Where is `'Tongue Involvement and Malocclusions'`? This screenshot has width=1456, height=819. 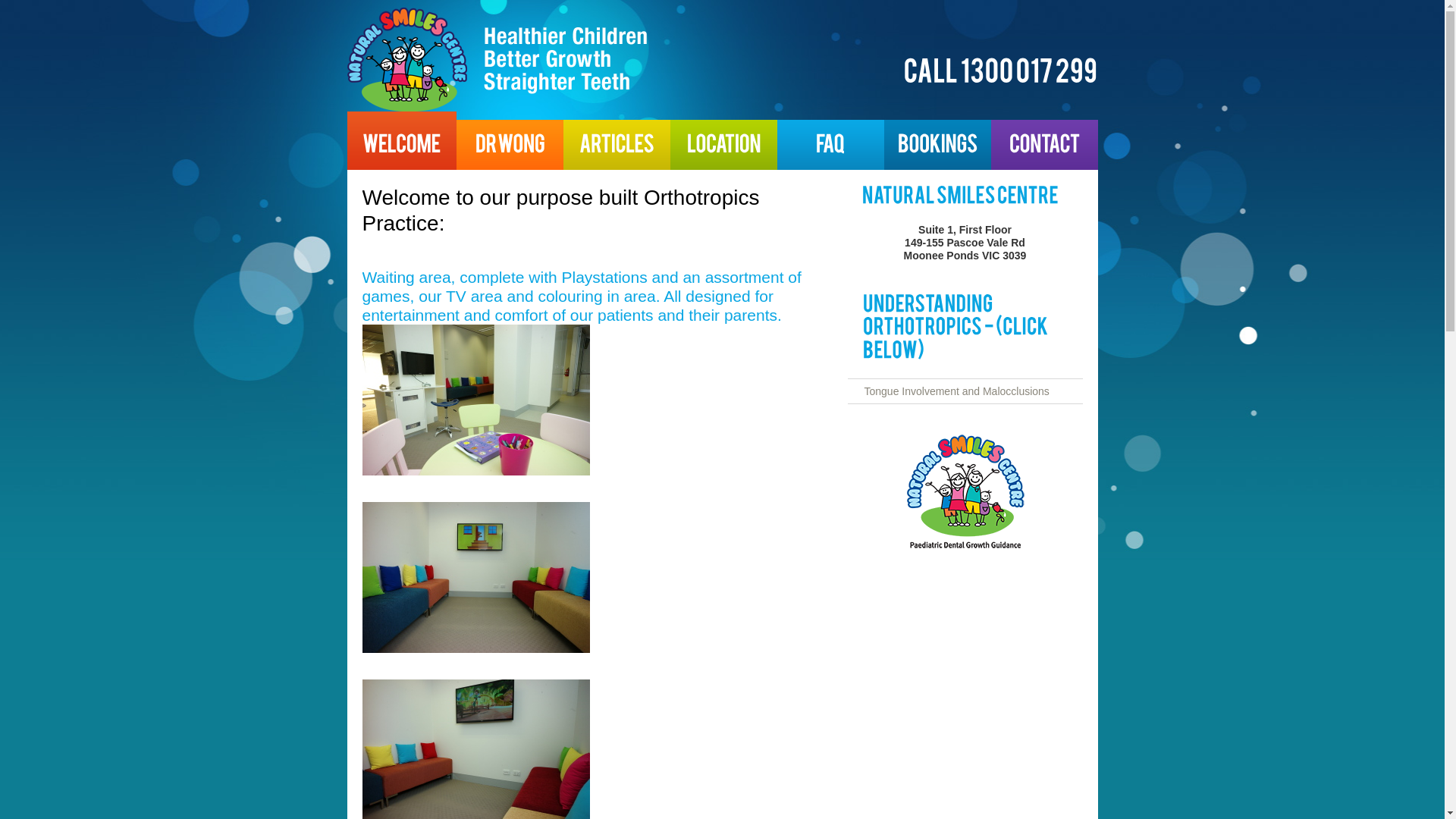
'Tongue Involvement and Malocclusions' is located at coordinates (956, 391).